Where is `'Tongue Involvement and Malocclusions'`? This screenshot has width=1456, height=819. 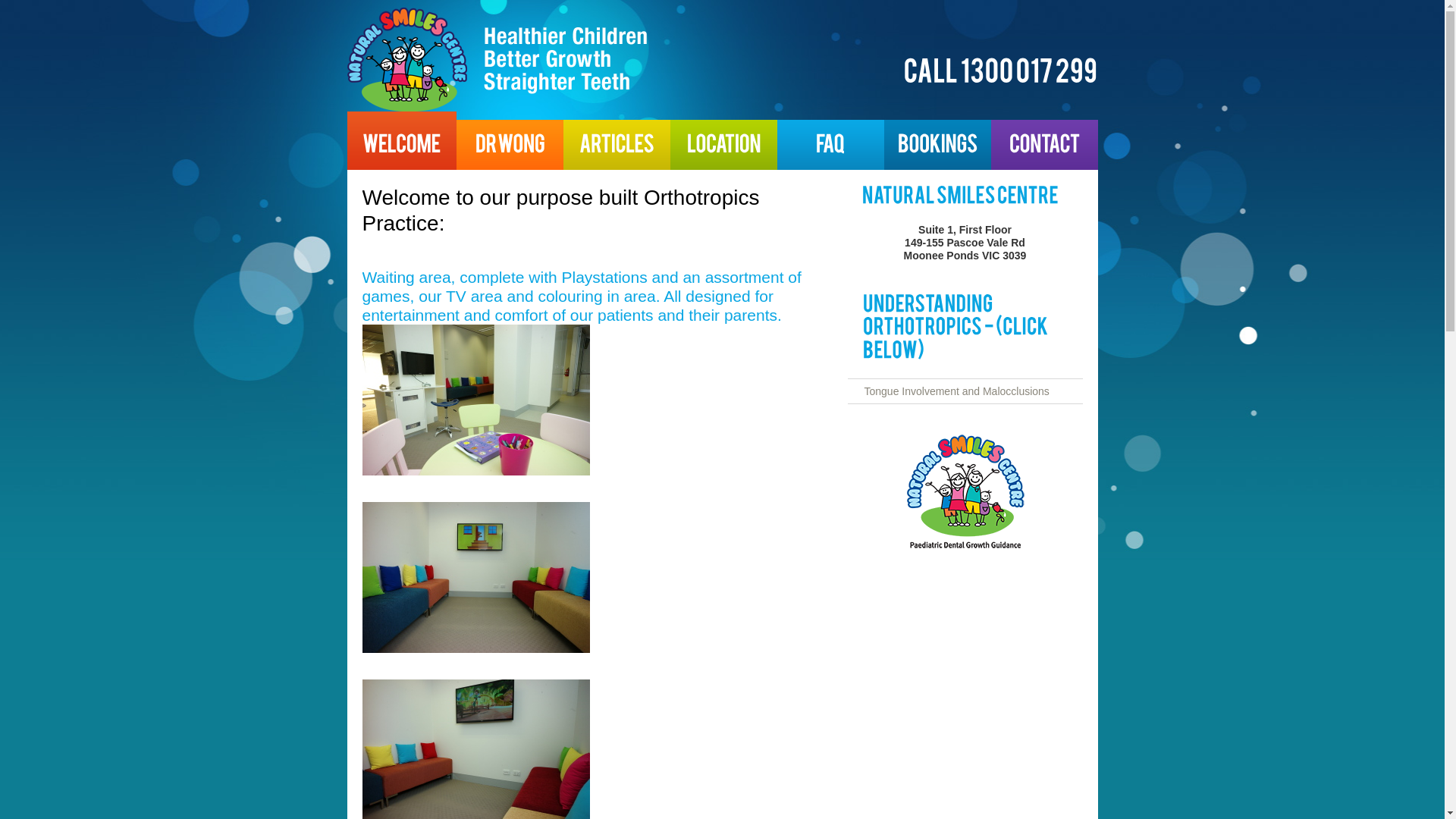
'Tongue Involvement and Malocclusions' is located at coordinates (956, 391).